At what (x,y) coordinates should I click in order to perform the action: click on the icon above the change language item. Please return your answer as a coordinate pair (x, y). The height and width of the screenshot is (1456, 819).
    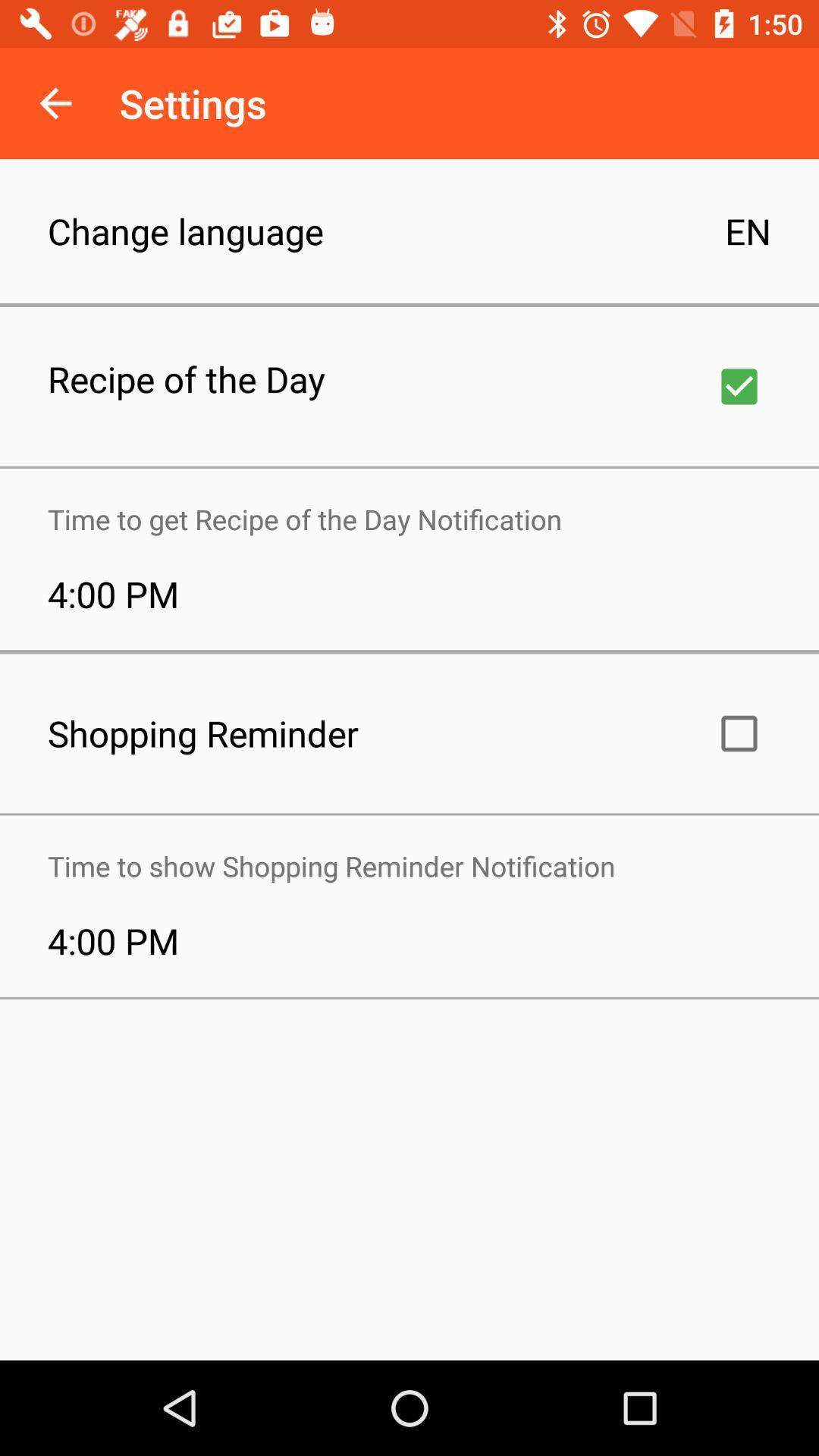
    Looking at the image, I should click on (55, 102).